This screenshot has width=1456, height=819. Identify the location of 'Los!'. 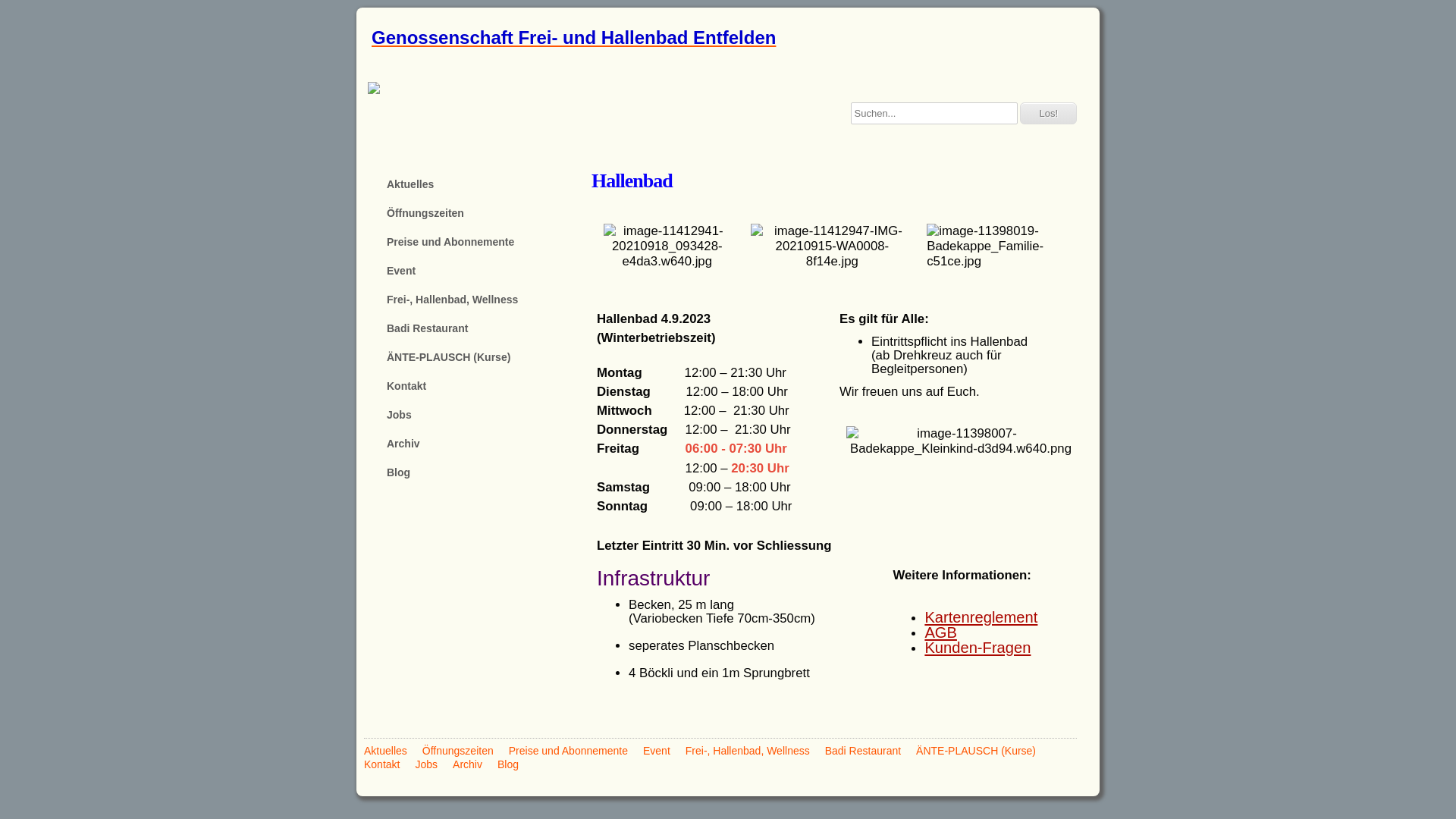
(1047, 112).